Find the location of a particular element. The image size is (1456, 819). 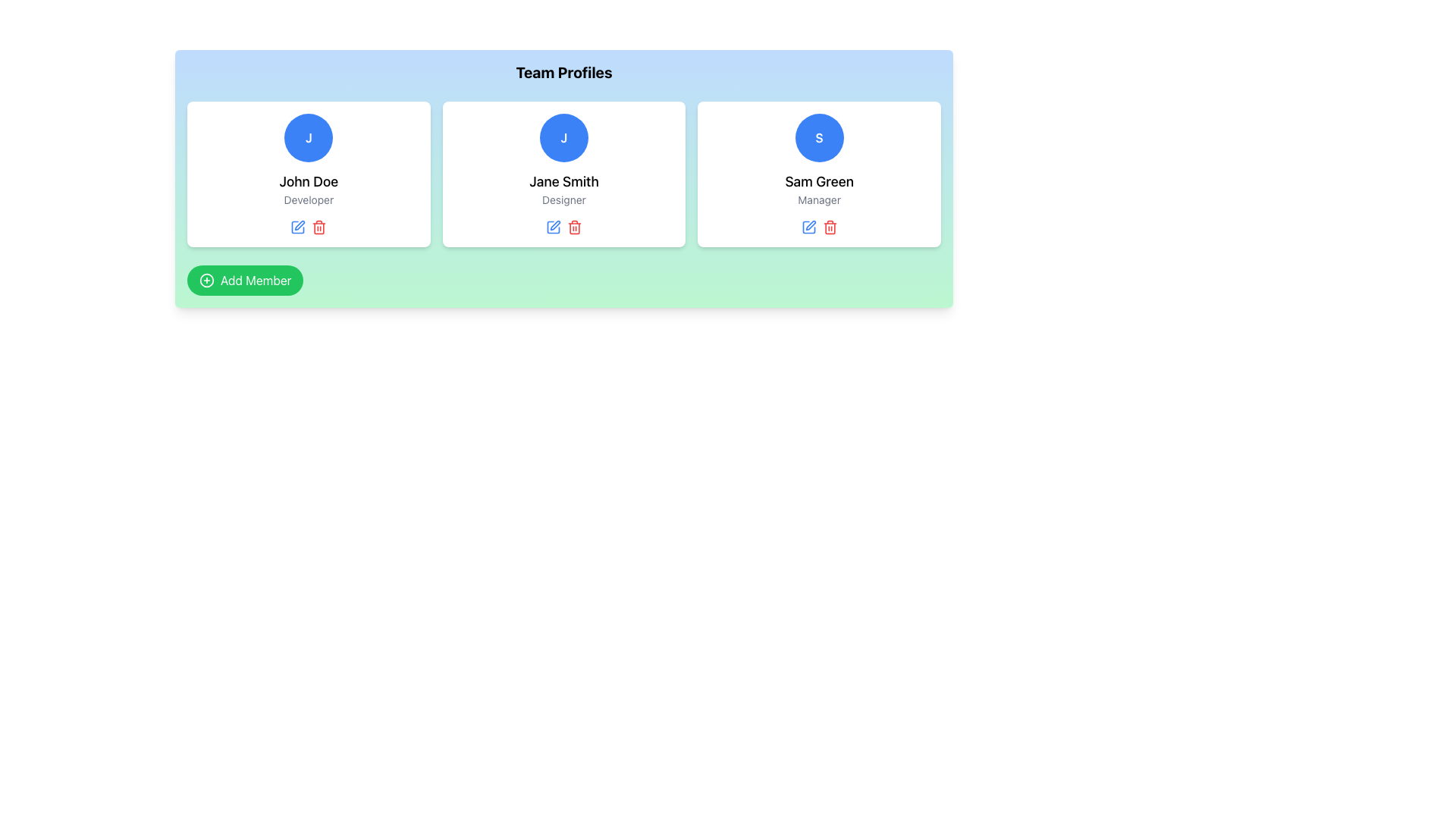

the static text block displaying the user's name and role, located in the leftmost card below the circular blue icon with a white 'J' is located at coordinates (308, 189).